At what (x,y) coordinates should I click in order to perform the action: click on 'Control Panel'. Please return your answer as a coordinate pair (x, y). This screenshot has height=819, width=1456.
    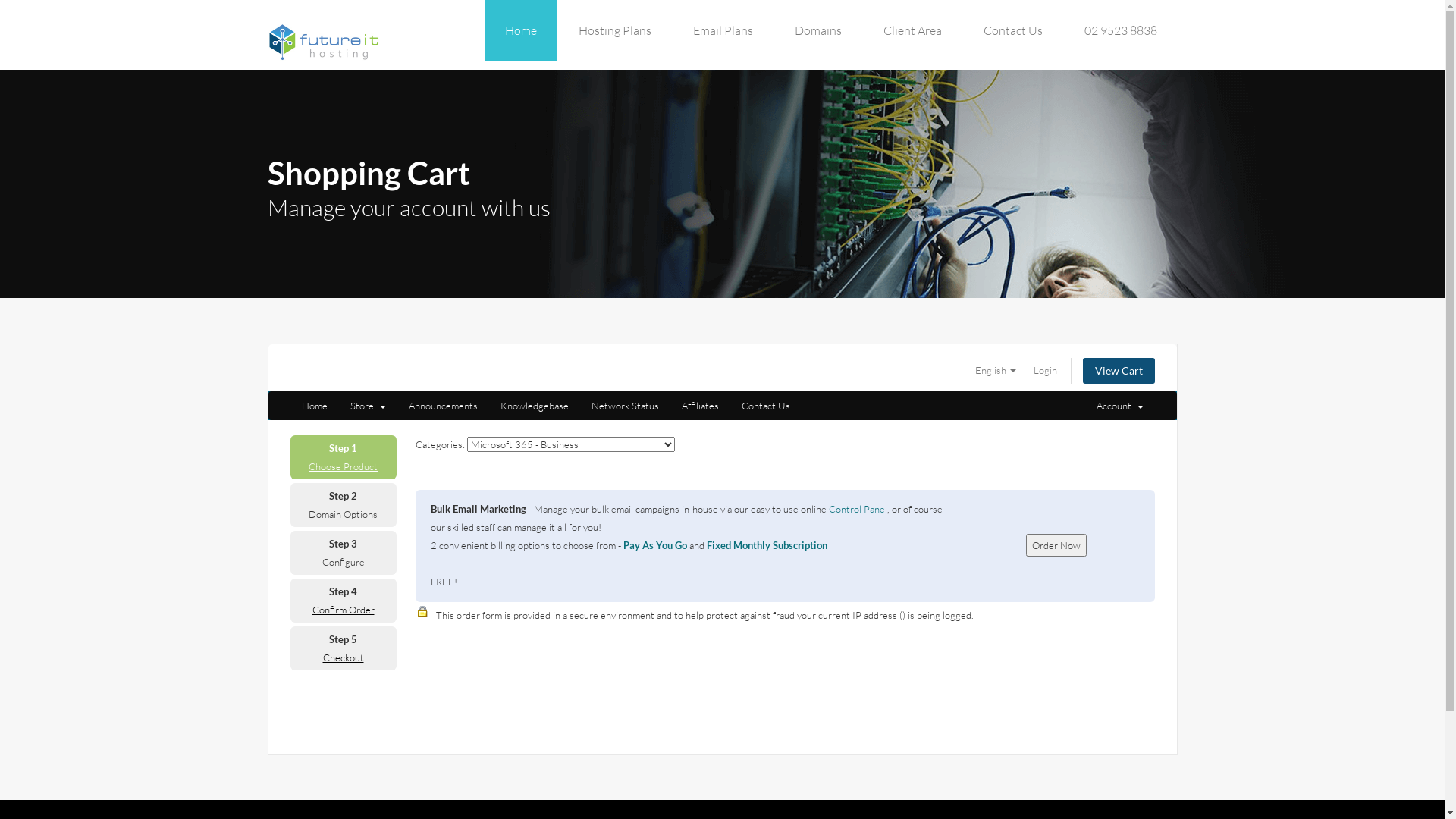
    Looking at the image, I should click on (857, 509).